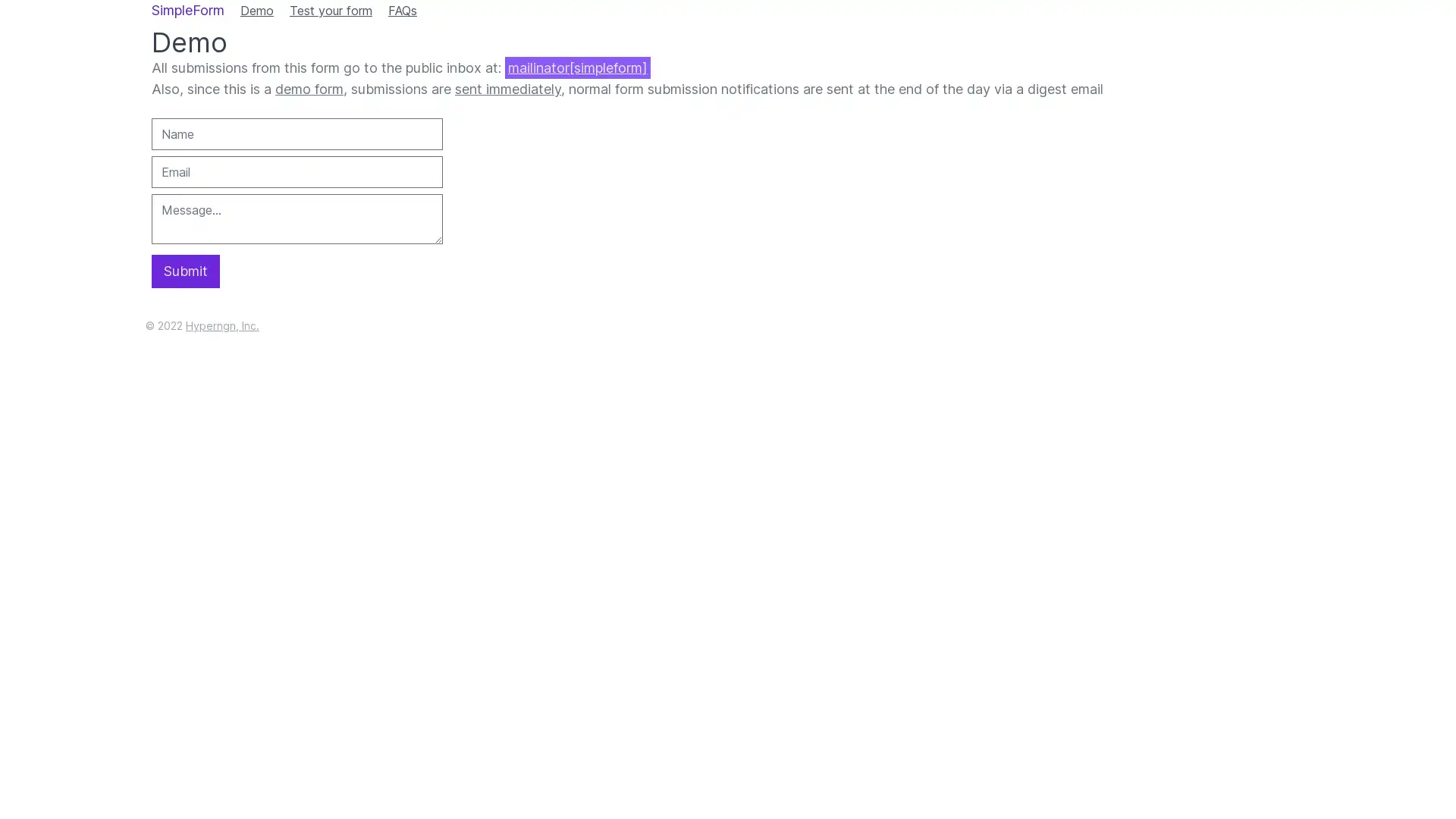 This screenshot has height=819, width=1456. Describe the element at coordinates (184, 271) in the screenshot. I see `Submit` at that location.